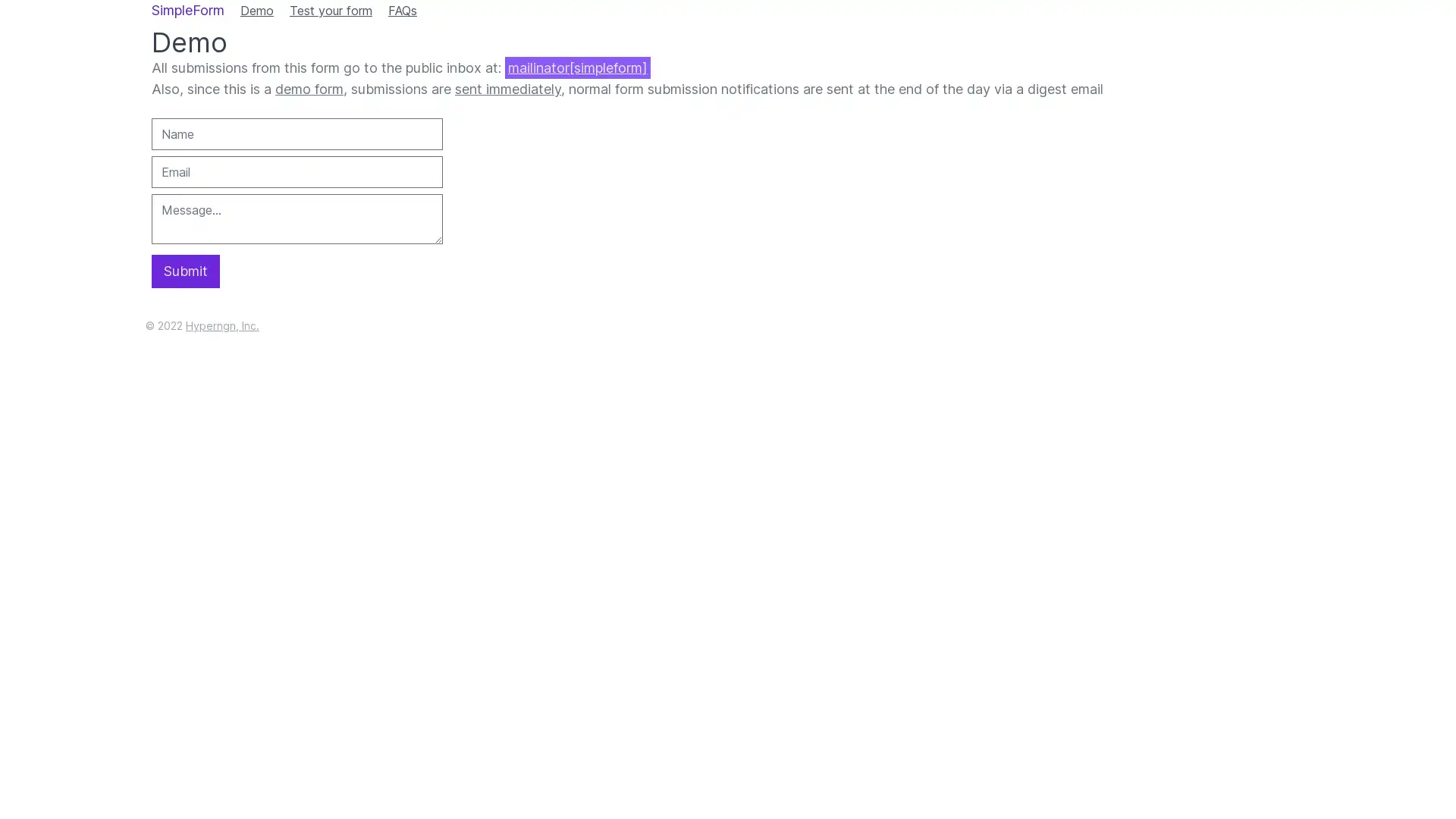 This screenshot has height=819, width=1456. Describe the element at coordinates (184, 271) in the screenshot. I see `Submit` at that location.